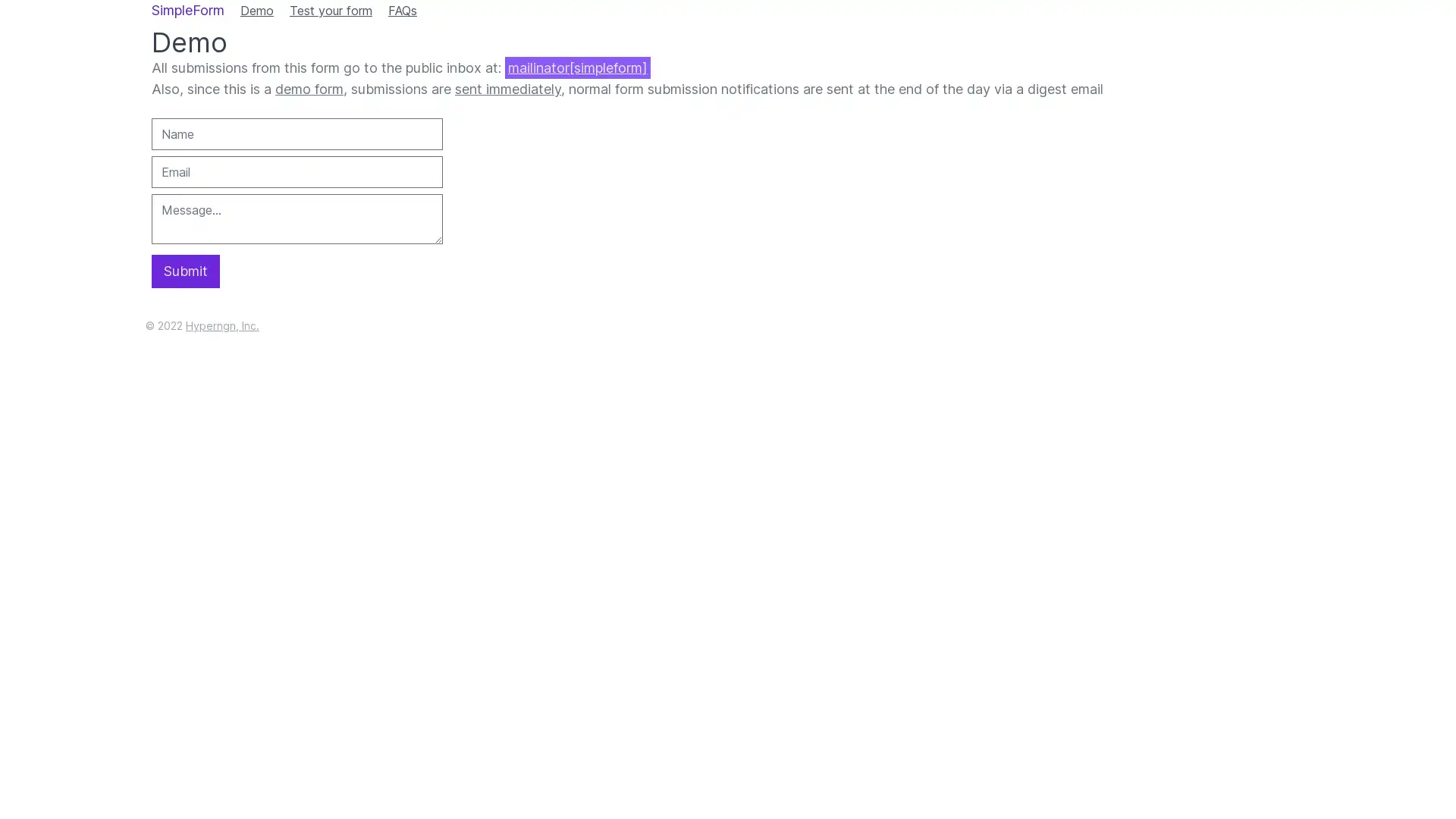 This screenshot has height=819, width=1456. Describe the element at coordinates (184, 271) in the screenshot. I see `Submit` at that location.